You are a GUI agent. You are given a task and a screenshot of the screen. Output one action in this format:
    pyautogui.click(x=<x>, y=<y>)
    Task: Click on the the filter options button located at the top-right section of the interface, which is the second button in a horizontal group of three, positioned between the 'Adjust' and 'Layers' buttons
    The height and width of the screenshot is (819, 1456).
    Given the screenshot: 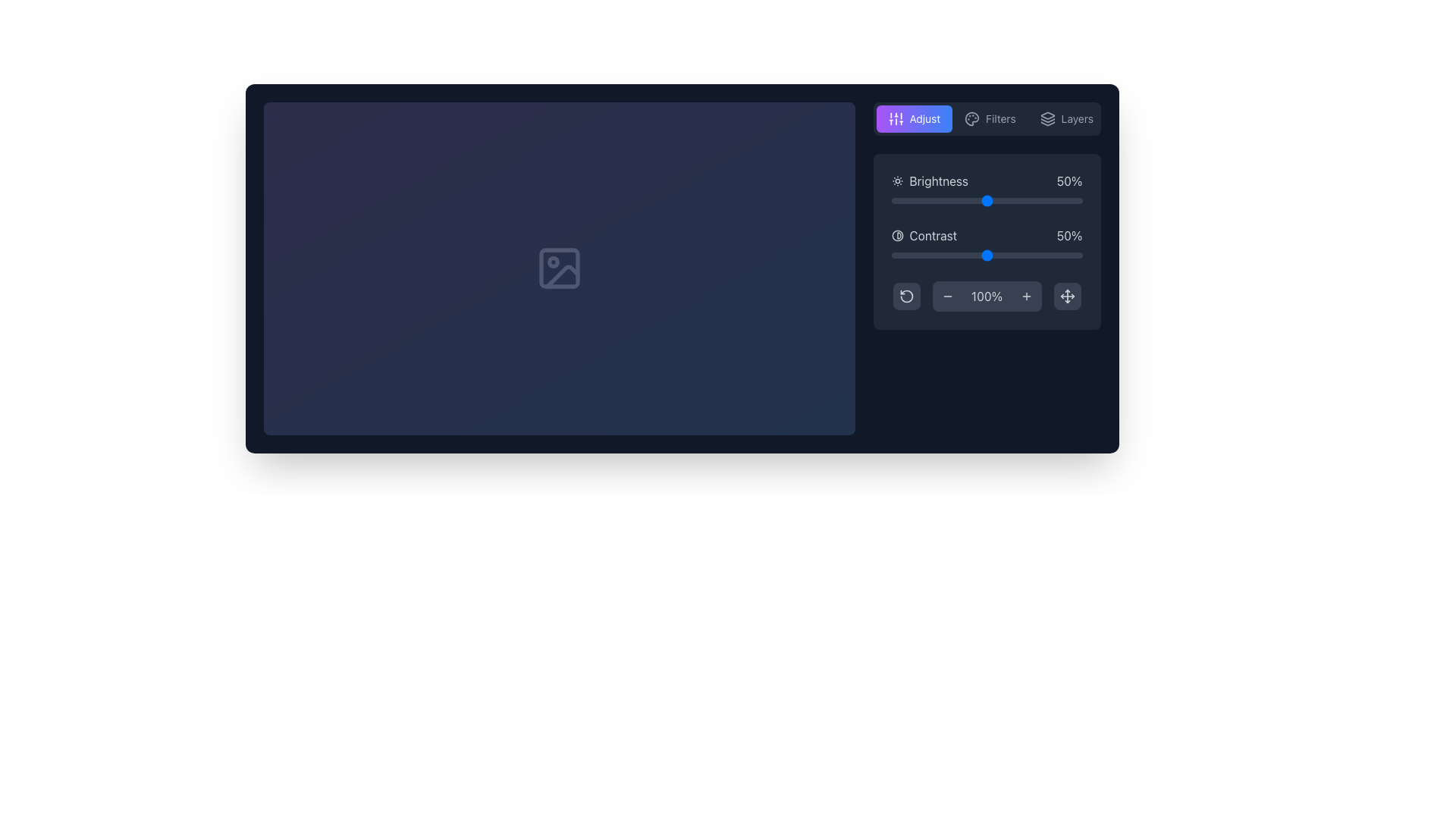 What is the action you would take?
    pyautogui.click(x=990, y=118)
    